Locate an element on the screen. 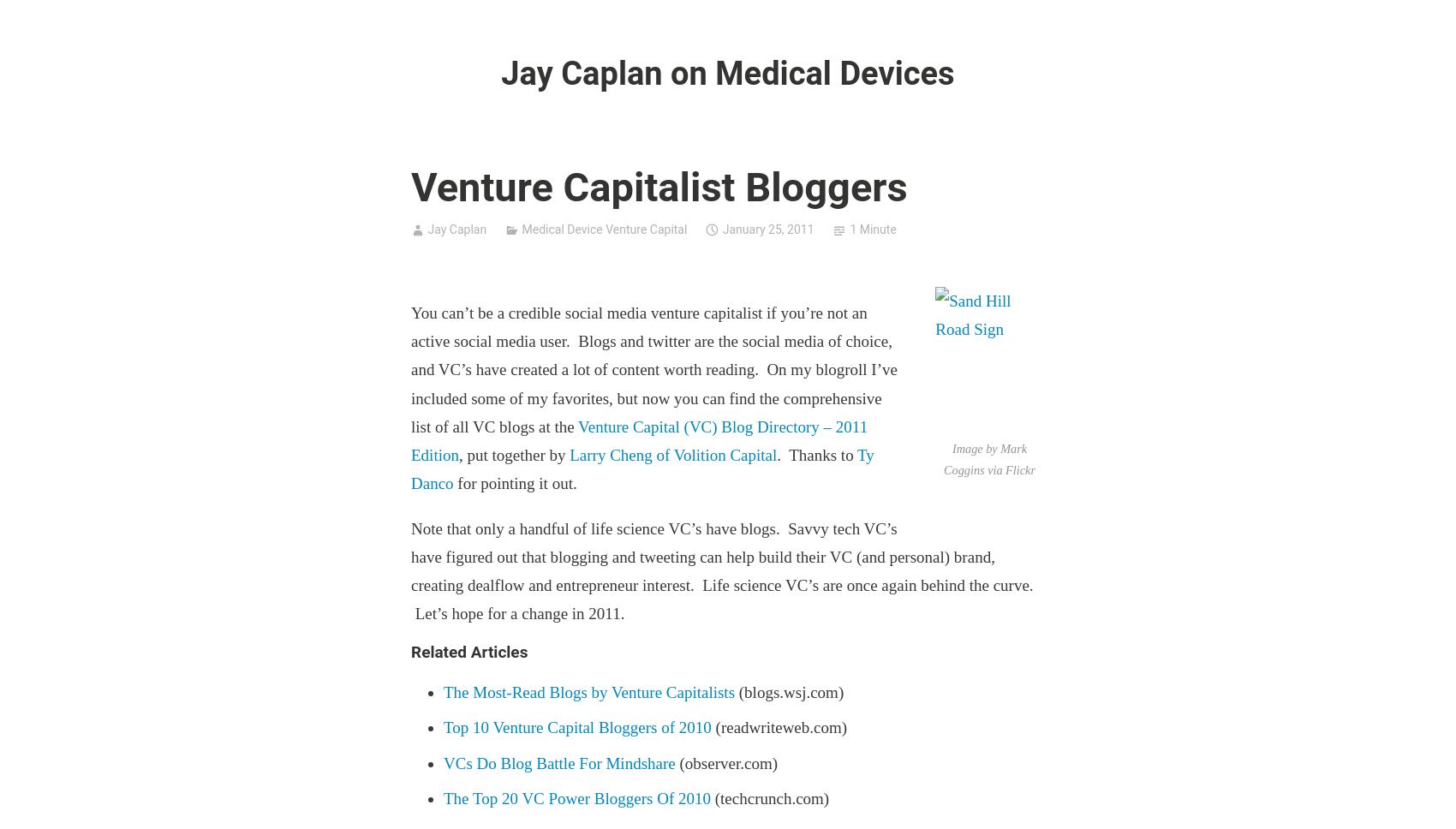 This screenshot has width=1456, height=829. '(readwriteweb.com)' is located at coordinates (779, 726).